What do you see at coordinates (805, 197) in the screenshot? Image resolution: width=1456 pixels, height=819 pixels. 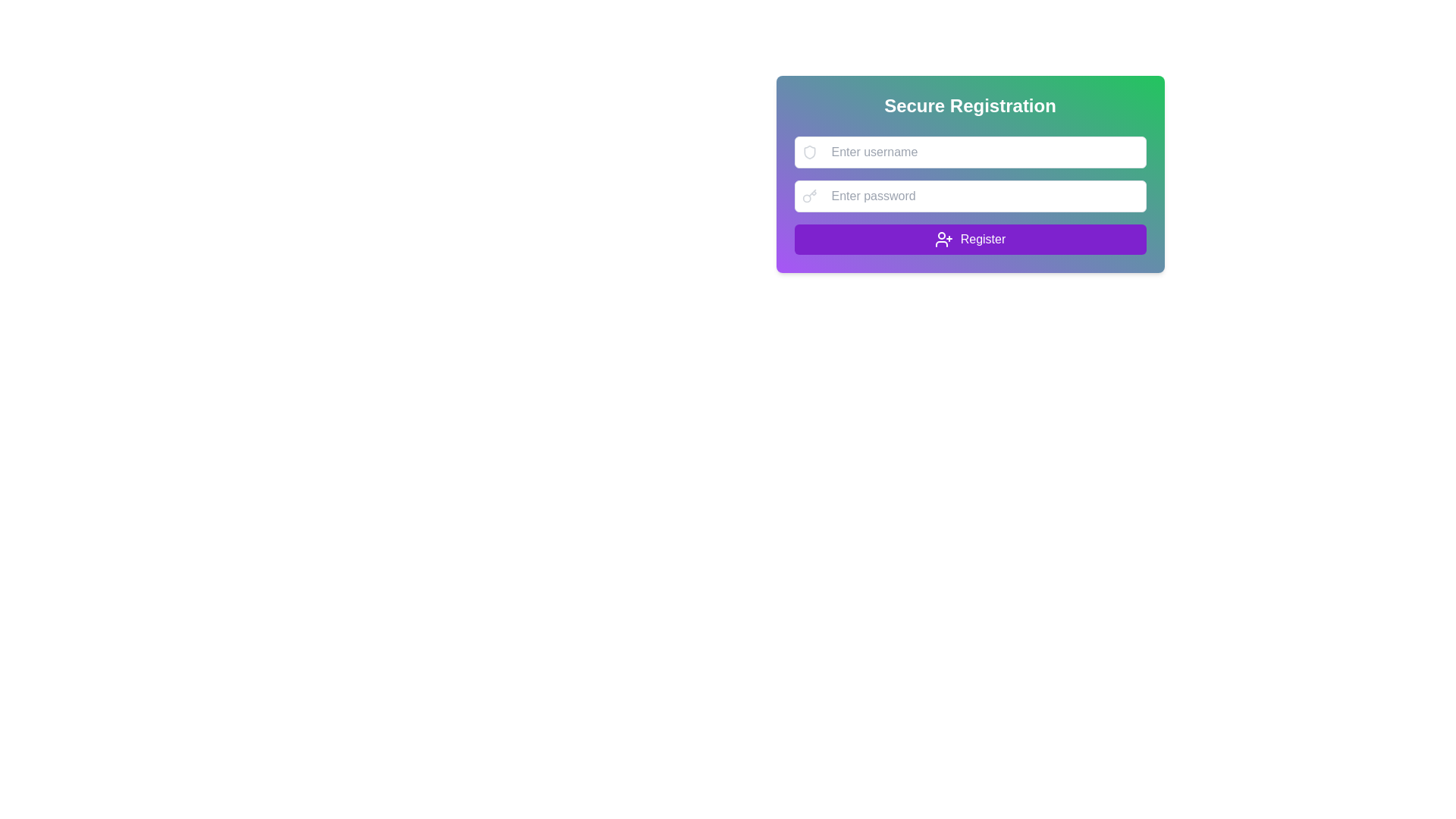 I see `the decorative Icon element located to the left of the 'Enter password' text field in the registration interface` at bounding box center [805, 197].